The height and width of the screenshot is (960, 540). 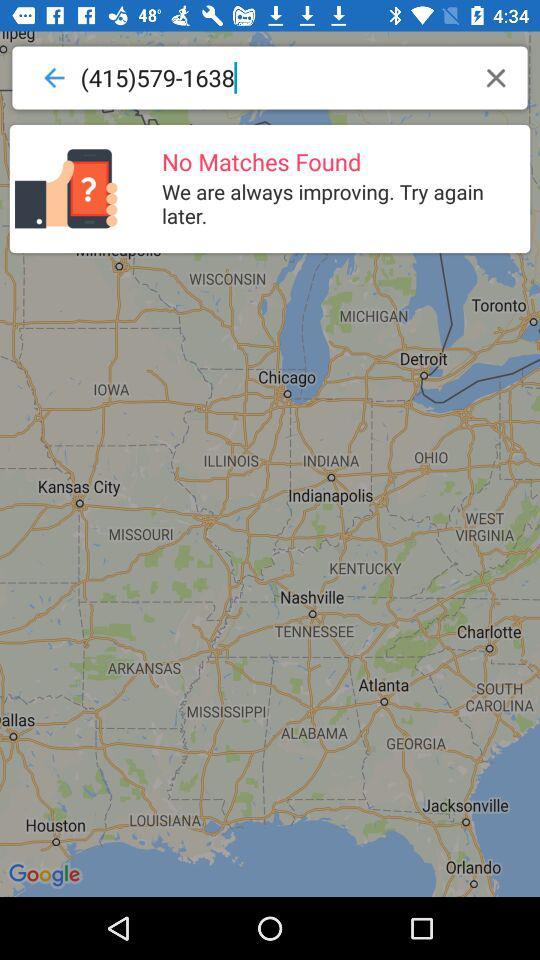 What do you see at coordinates (495, 77) in the screenshot?
I see `the item to the right of the (415)579-1638 item` at bounding box center [495, 77].